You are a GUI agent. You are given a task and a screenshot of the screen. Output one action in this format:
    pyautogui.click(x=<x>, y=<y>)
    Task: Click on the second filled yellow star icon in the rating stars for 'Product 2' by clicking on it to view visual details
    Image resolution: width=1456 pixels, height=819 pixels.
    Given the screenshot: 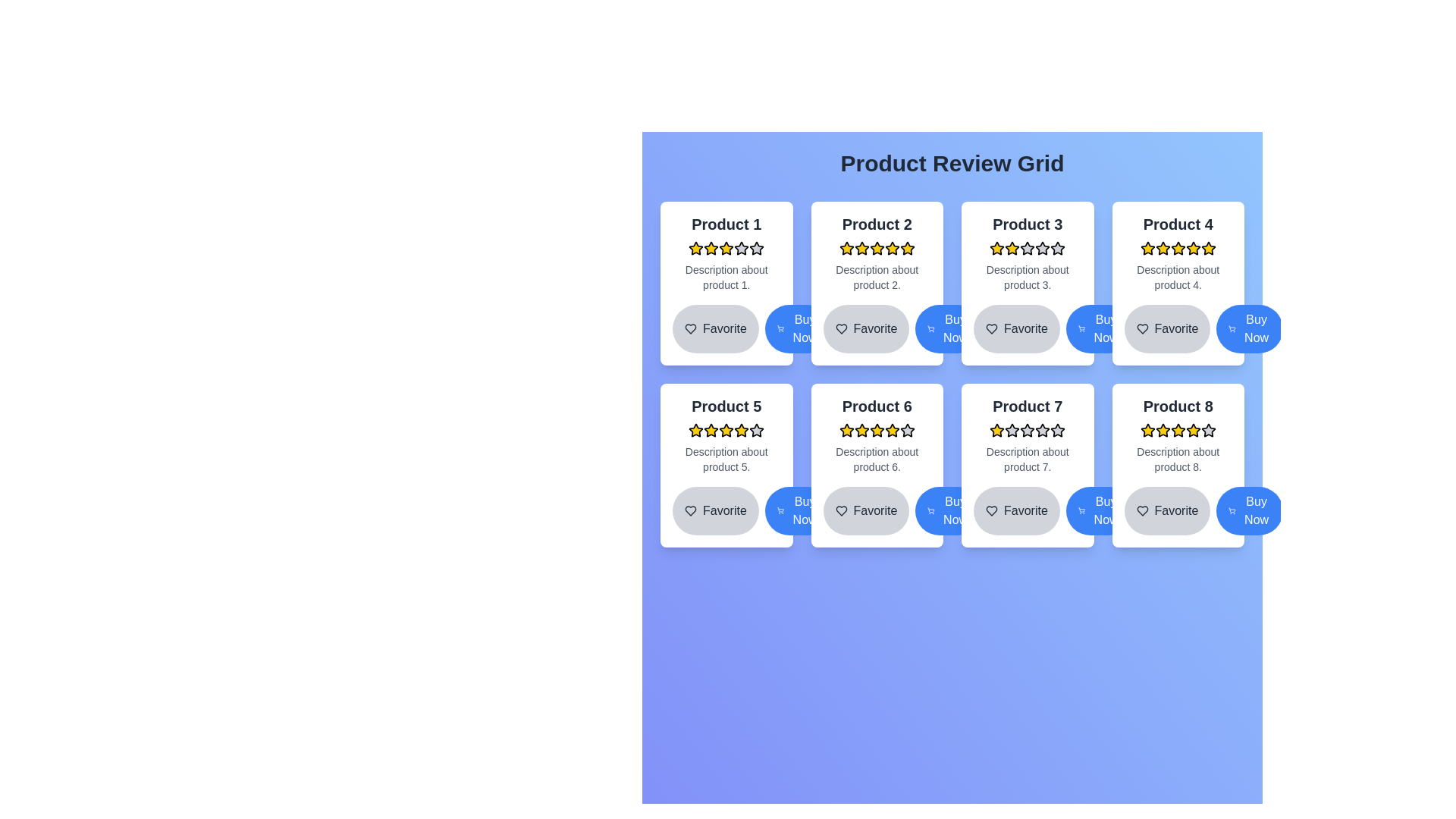 What is the action you would take?
    pyautogui.click(x=846, y=247)
    